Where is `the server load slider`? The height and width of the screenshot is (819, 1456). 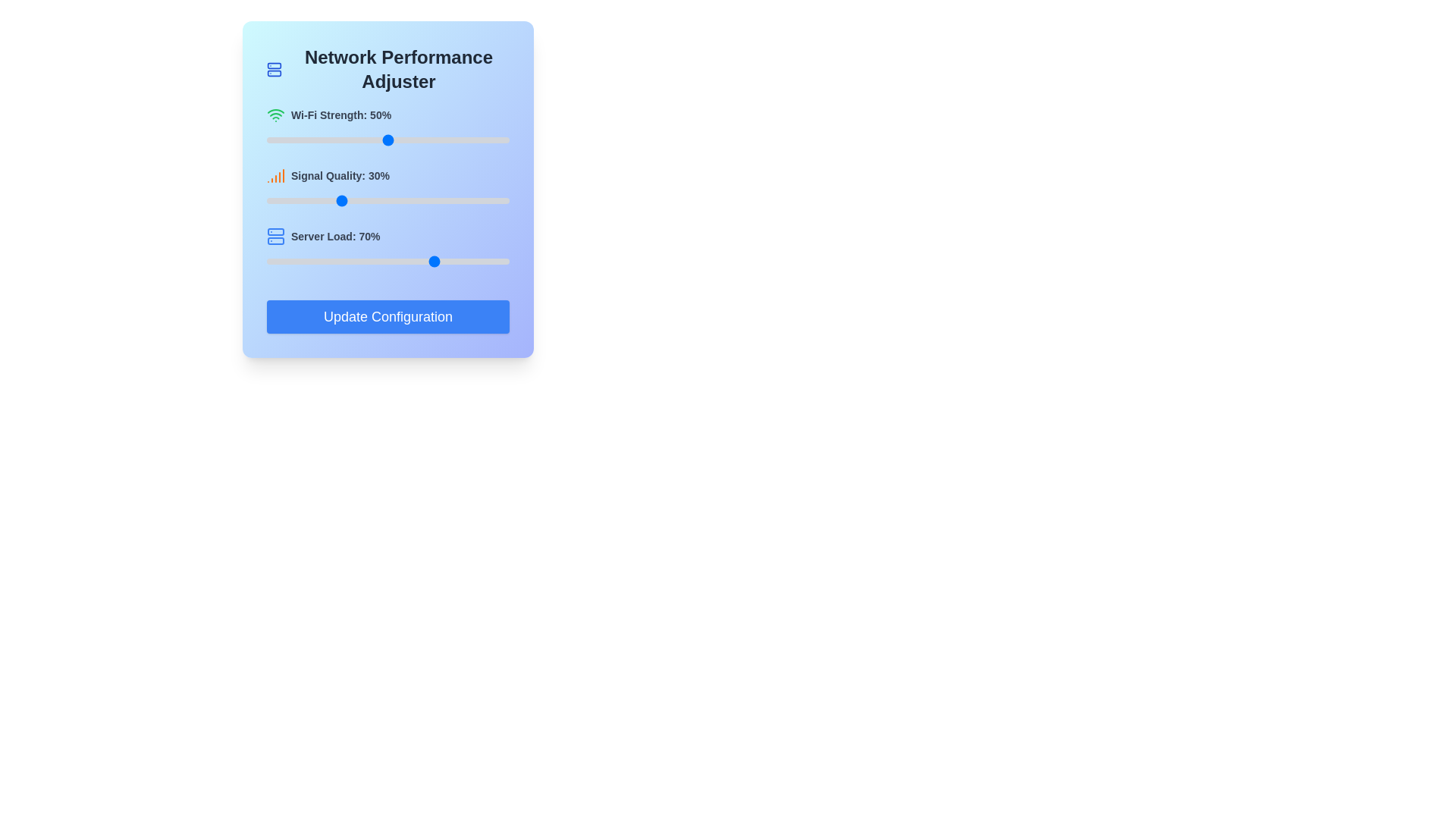
the server load slider is located at coordinates (300, 260).